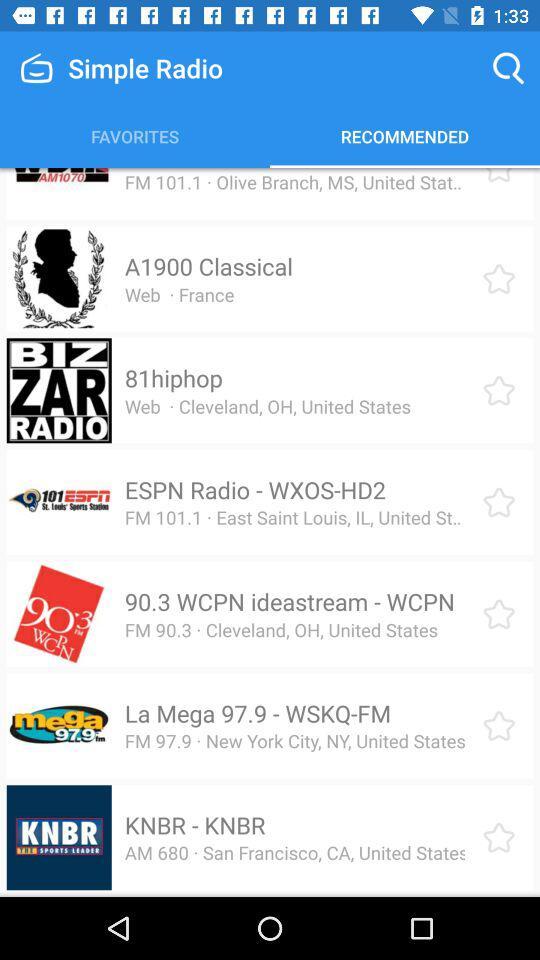 The height and width of the screenshot is (960, 540). What do you see at coordinates (179, 293) in the screenshot?
I see `item below the a1900 classical icon` at bounding box center [179, 293].